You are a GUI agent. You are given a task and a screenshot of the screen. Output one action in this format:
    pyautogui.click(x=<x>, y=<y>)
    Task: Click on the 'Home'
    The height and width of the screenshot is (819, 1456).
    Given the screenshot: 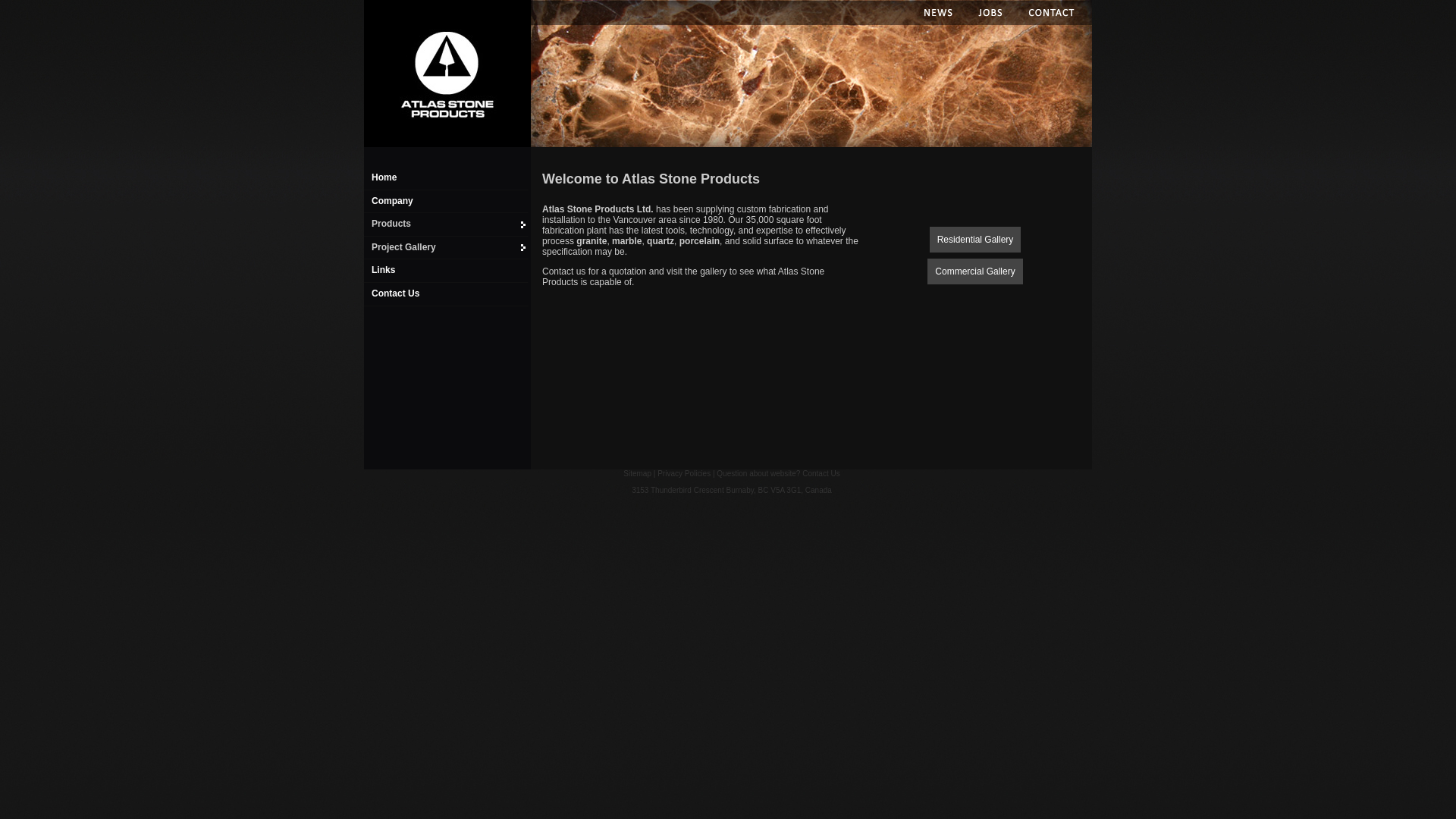 What is the action you would take?
    pyautogui.click(x=384, y=177)
    